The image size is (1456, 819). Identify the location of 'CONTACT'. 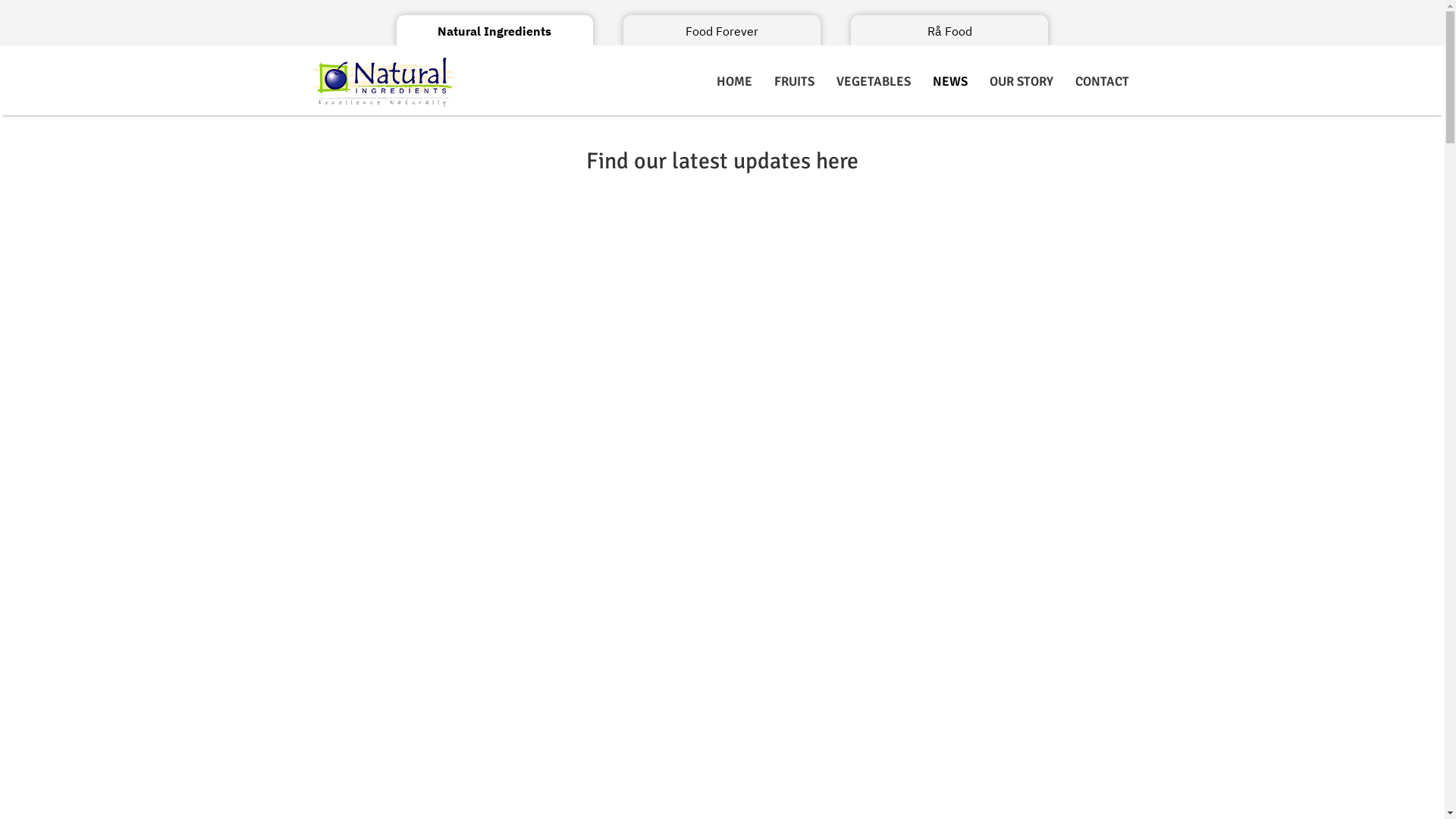
(1102, 82).